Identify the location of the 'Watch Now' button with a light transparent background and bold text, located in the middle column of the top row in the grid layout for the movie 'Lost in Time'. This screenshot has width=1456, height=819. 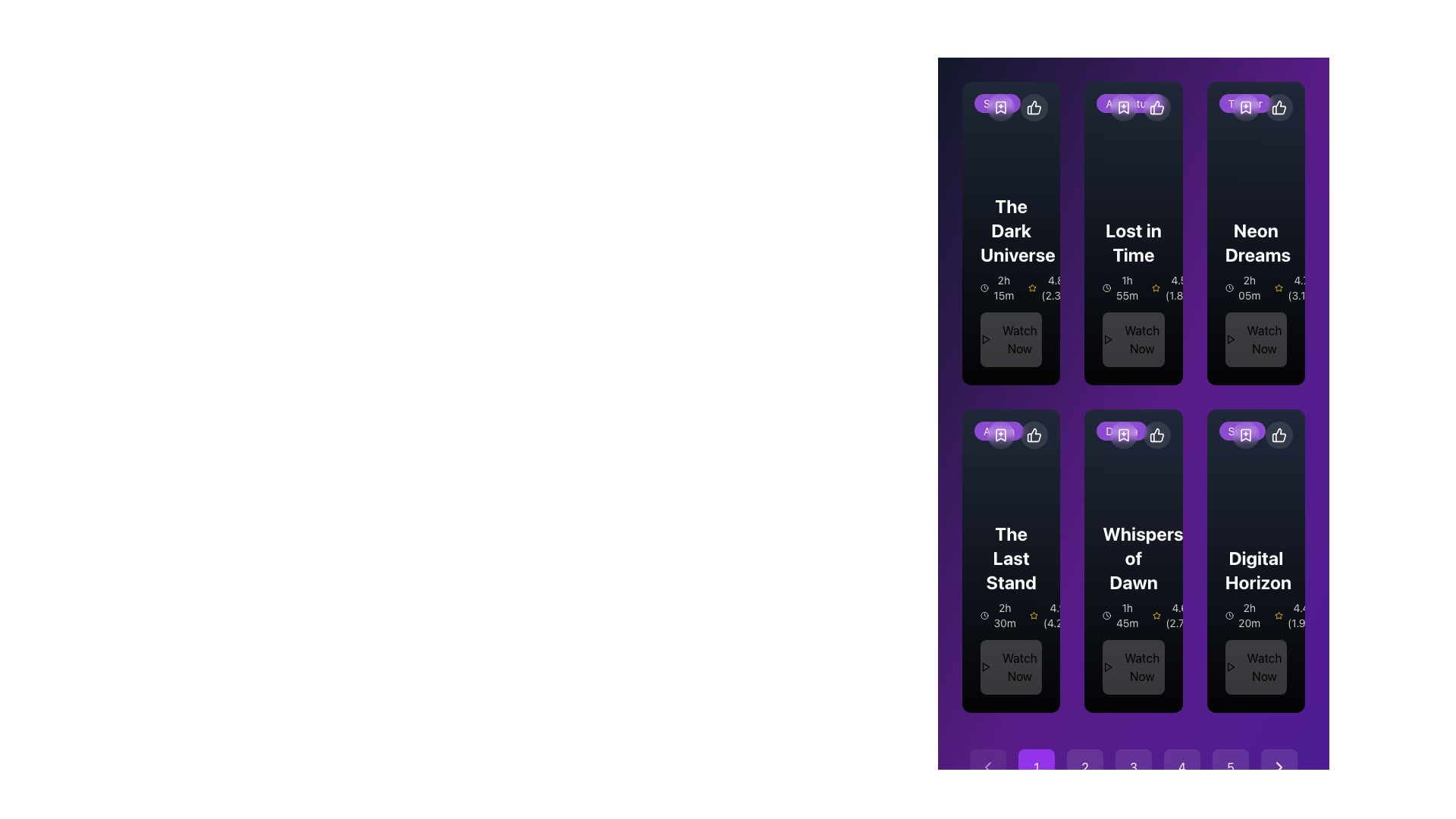
(1133, 338).